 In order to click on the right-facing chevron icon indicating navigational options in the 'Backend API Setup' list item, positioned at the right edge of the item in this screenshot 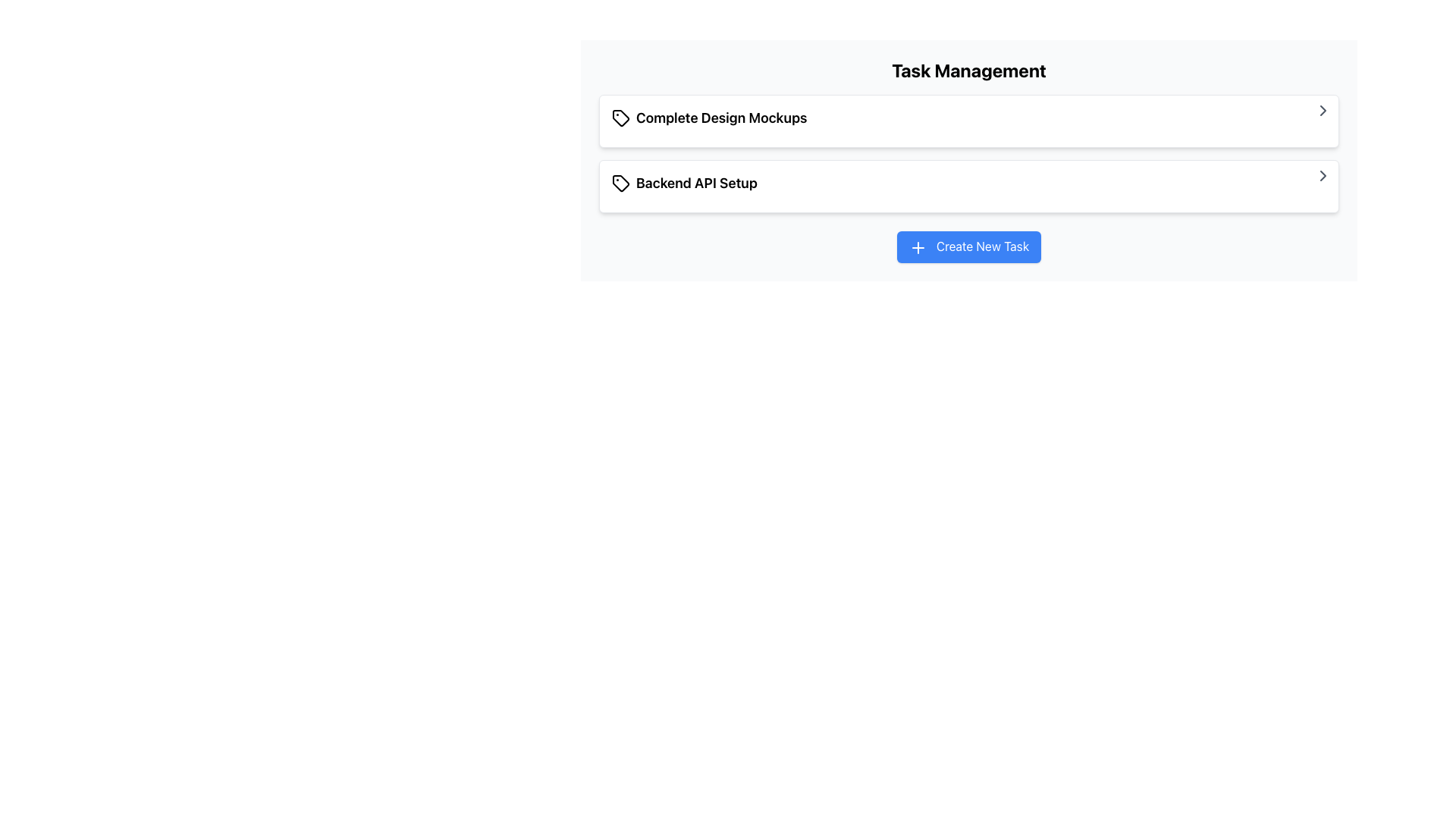, I will do `click(1323, 110)`.